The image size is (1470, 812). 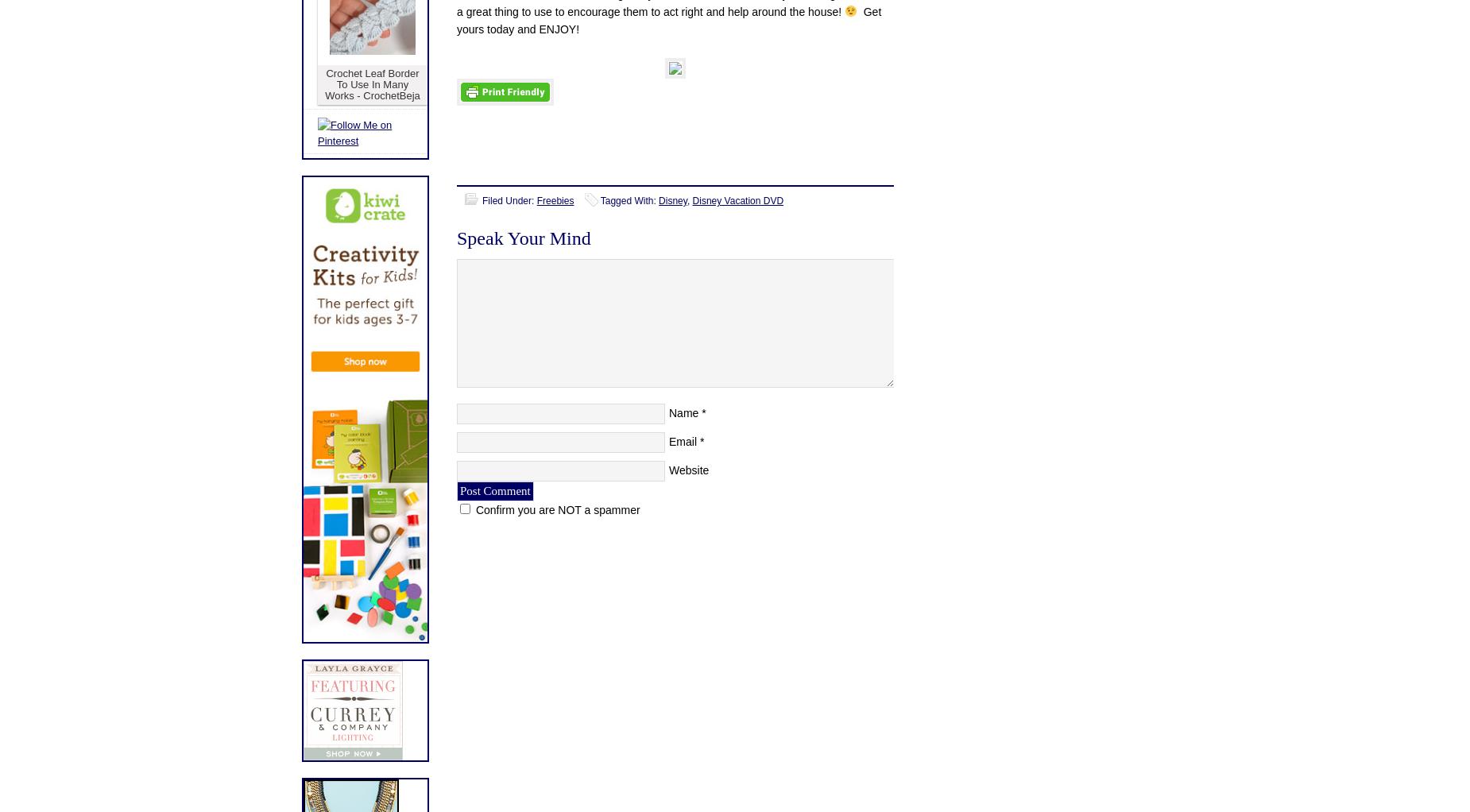 I want to click on 'Name', so click(x=683, y=412).